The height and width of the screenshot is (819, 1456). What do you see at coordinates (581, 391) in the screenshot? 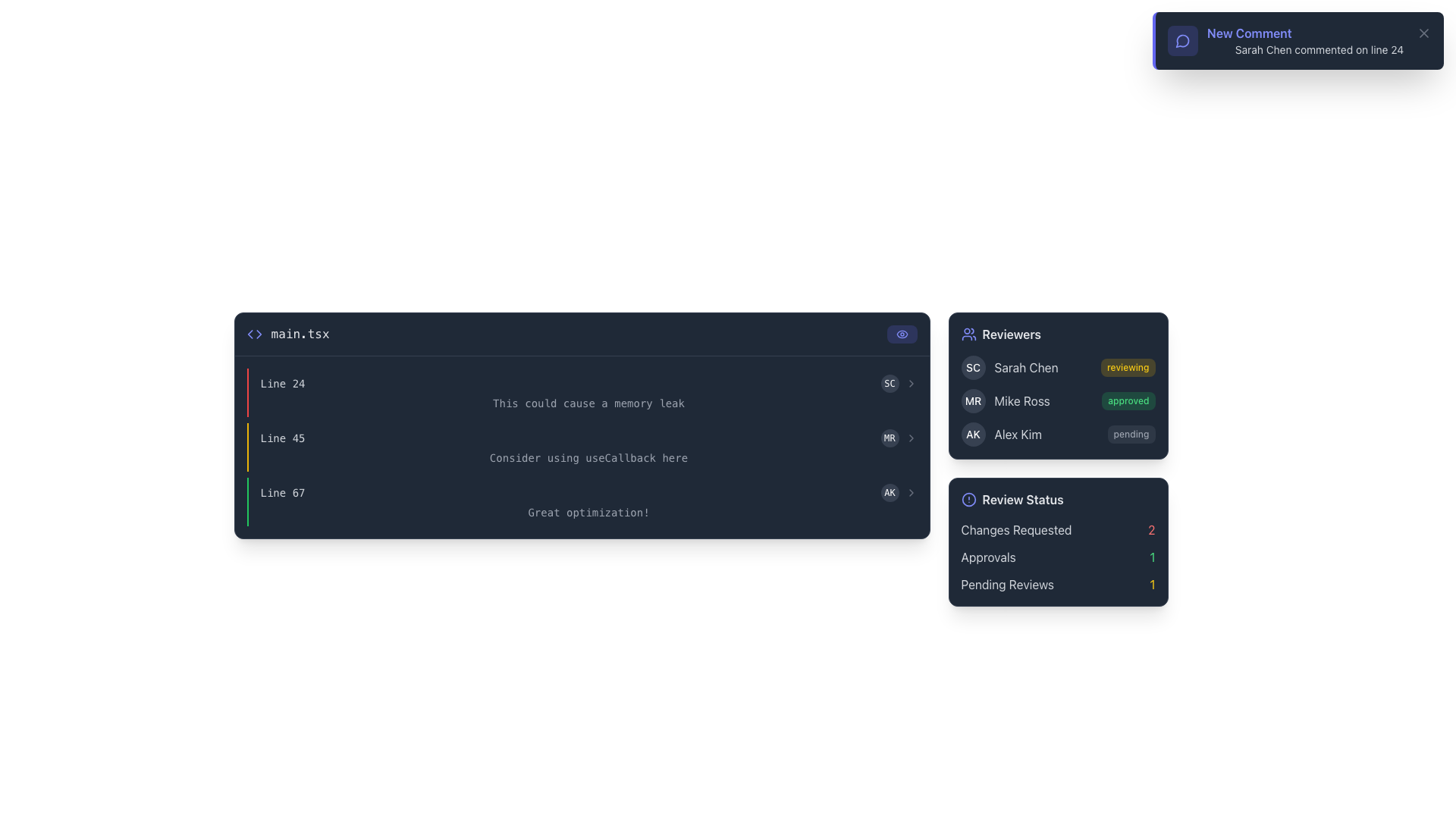
I see `the first comment entry regarding 'Line 24' in the comment section, which provides additional insight related to the code` at bounding box center [581, 391].